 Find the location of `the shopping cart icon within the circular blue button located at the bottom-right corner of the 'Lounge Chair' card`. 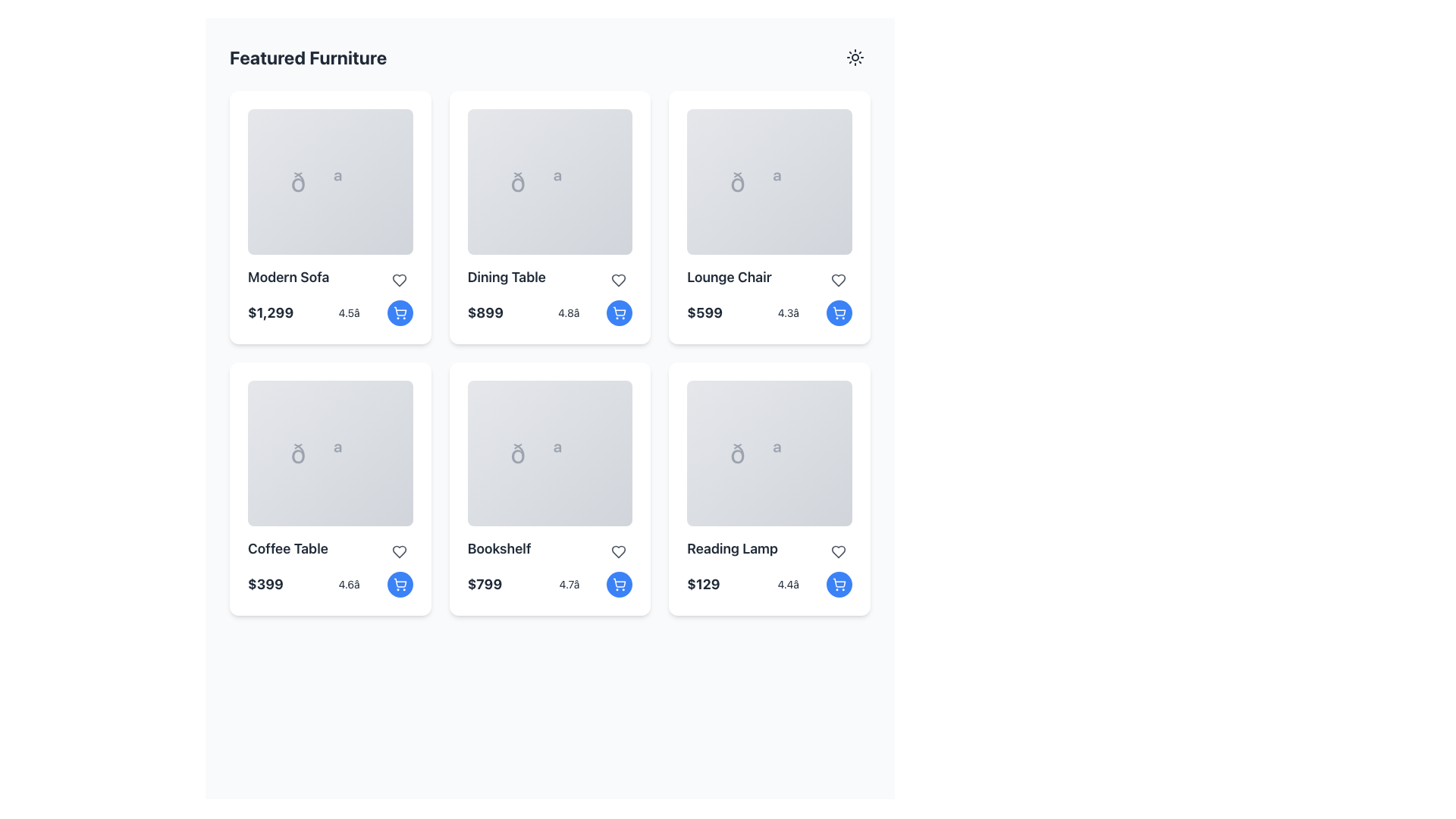

the shopping cart icon within the circular blue button located at the bottom-right corner of the 'Lounge Chair' card is located at coordinates (839, 312).